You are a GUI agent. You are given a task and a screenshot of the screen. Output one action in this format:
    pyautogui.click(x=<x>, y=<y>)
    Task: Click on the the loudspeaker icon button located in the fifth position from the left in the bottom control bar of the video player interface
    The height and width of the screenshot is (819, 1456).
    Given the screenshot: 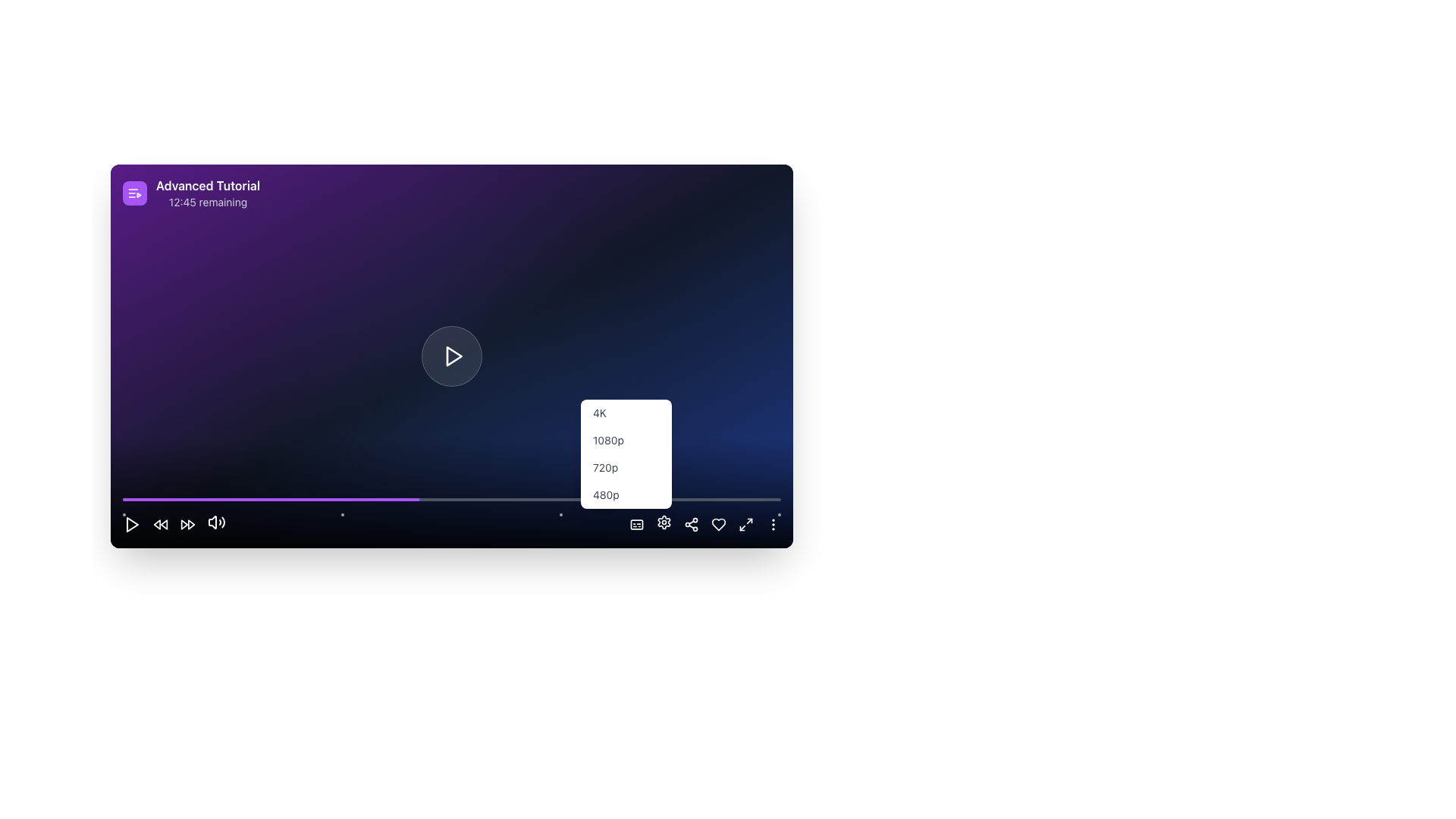 What is the action you would take?
    pyautogui.click(x=216, y=523)
    